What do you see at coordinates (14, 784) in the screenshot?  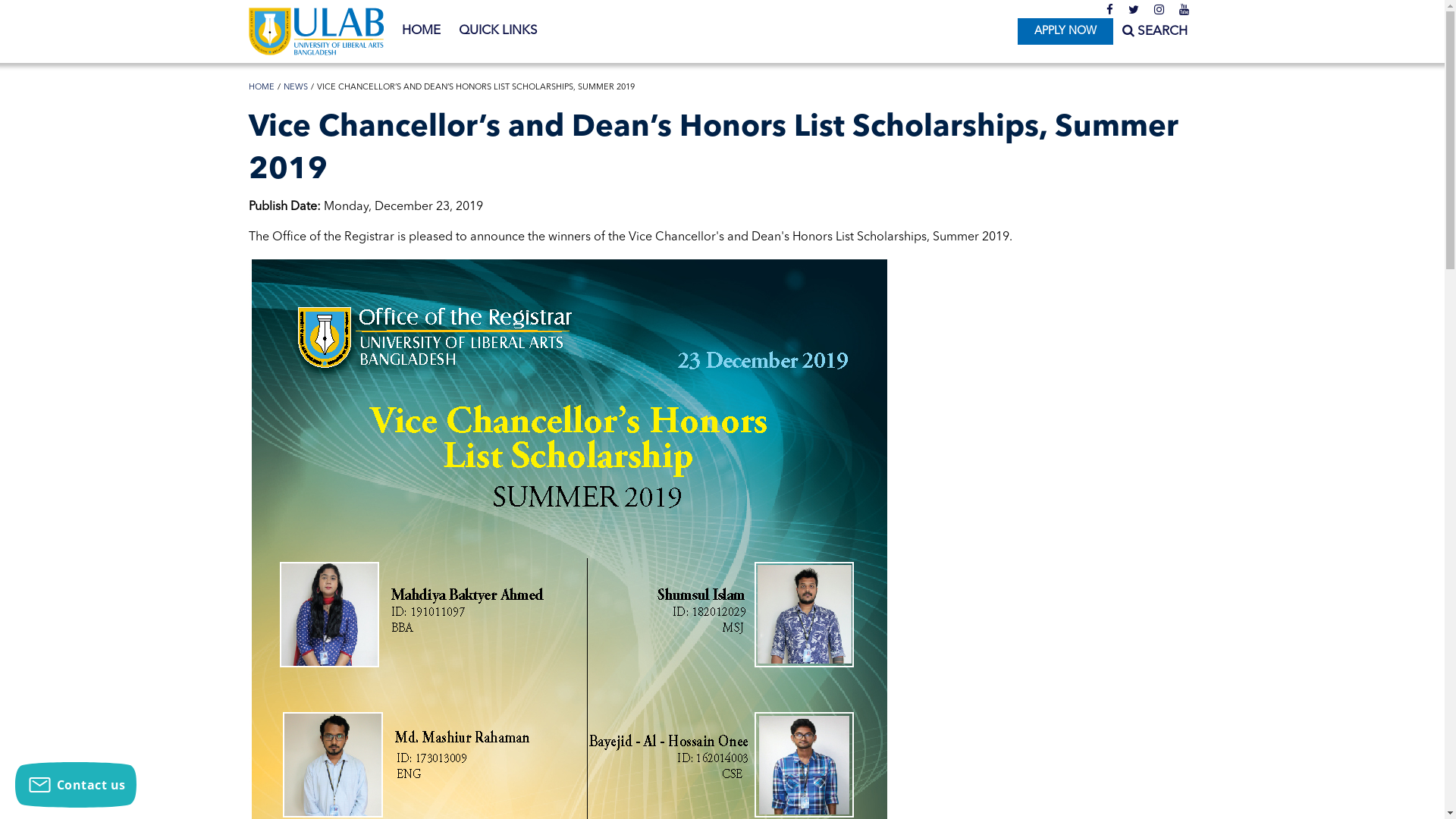 I see `'Contact us'` at bounding box center [14, 784].